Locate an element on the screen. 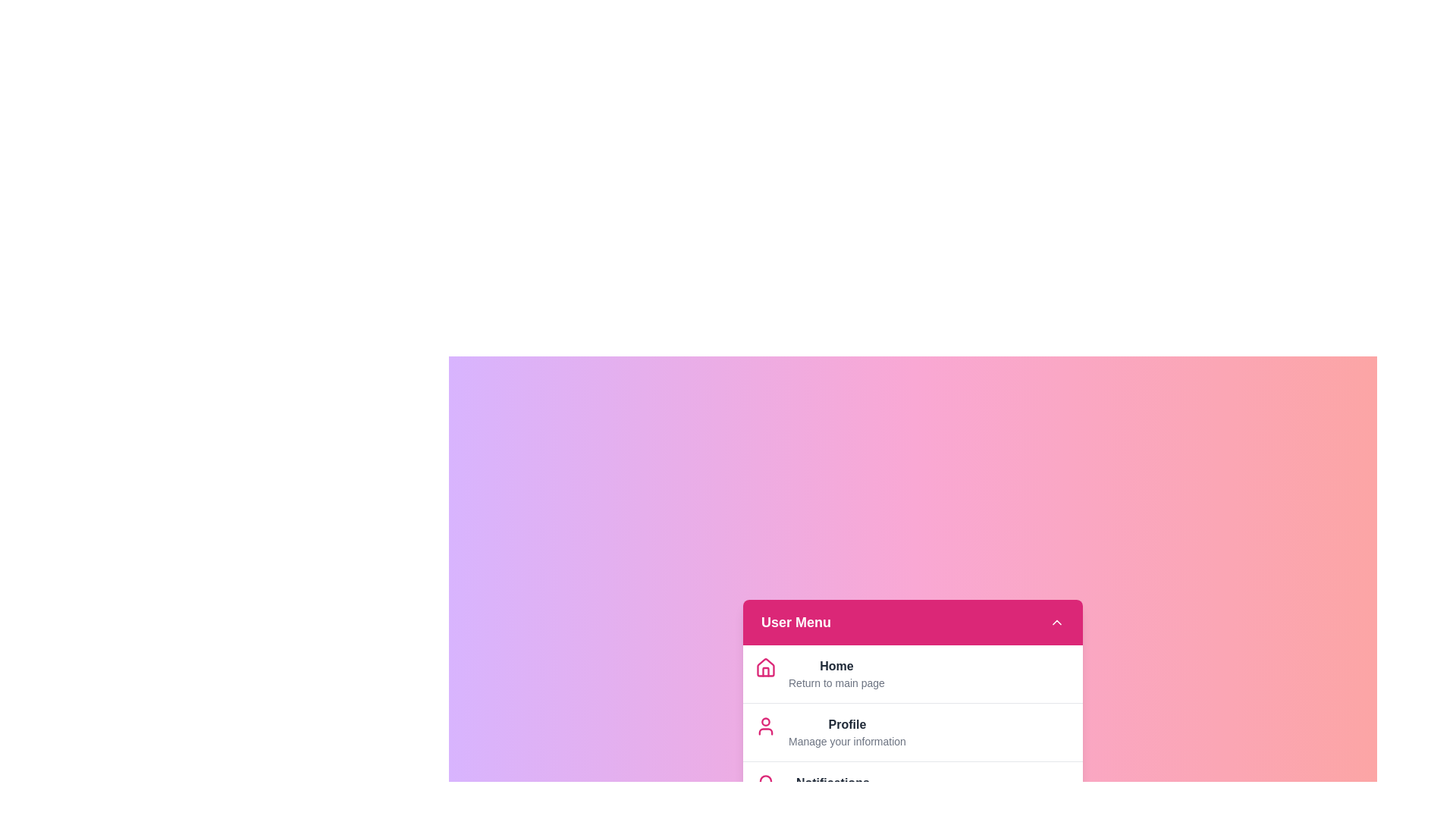  the menu item Profile from the EnhancedUserMenu is located at coordinates (846, 723).